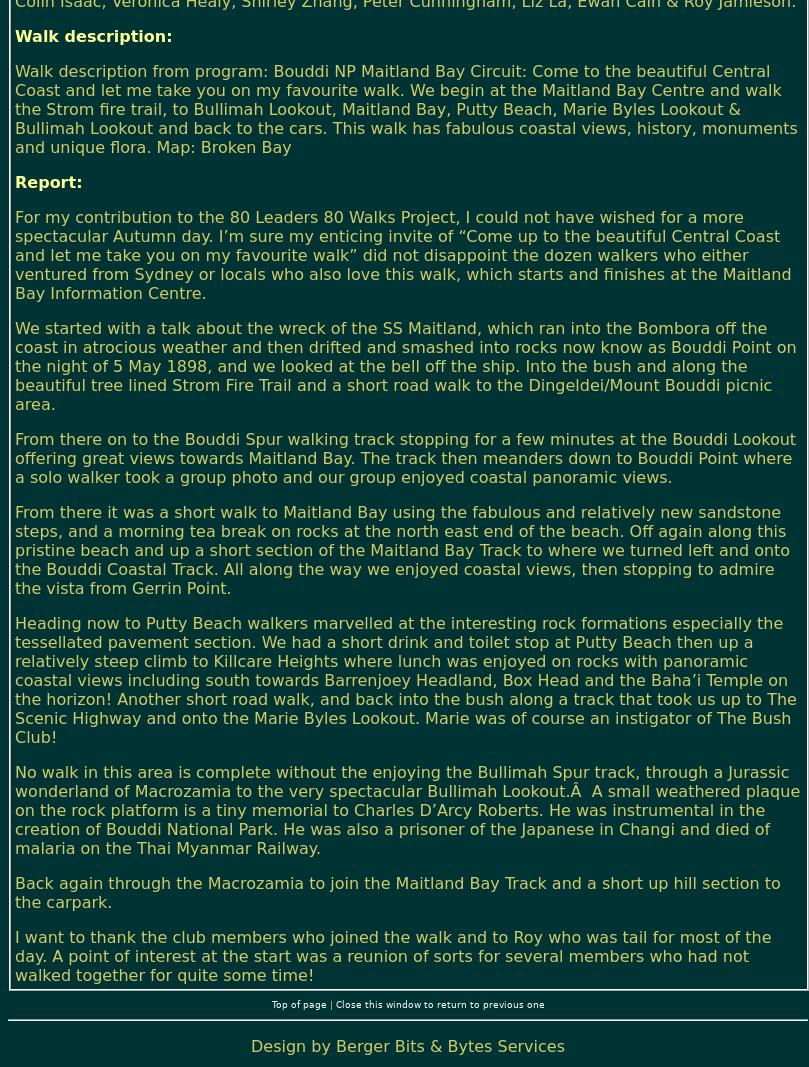 This screenshot has width=809, height=1067. I want to click on 'Close 
    this window to return to previous one', so click(438, 1004).